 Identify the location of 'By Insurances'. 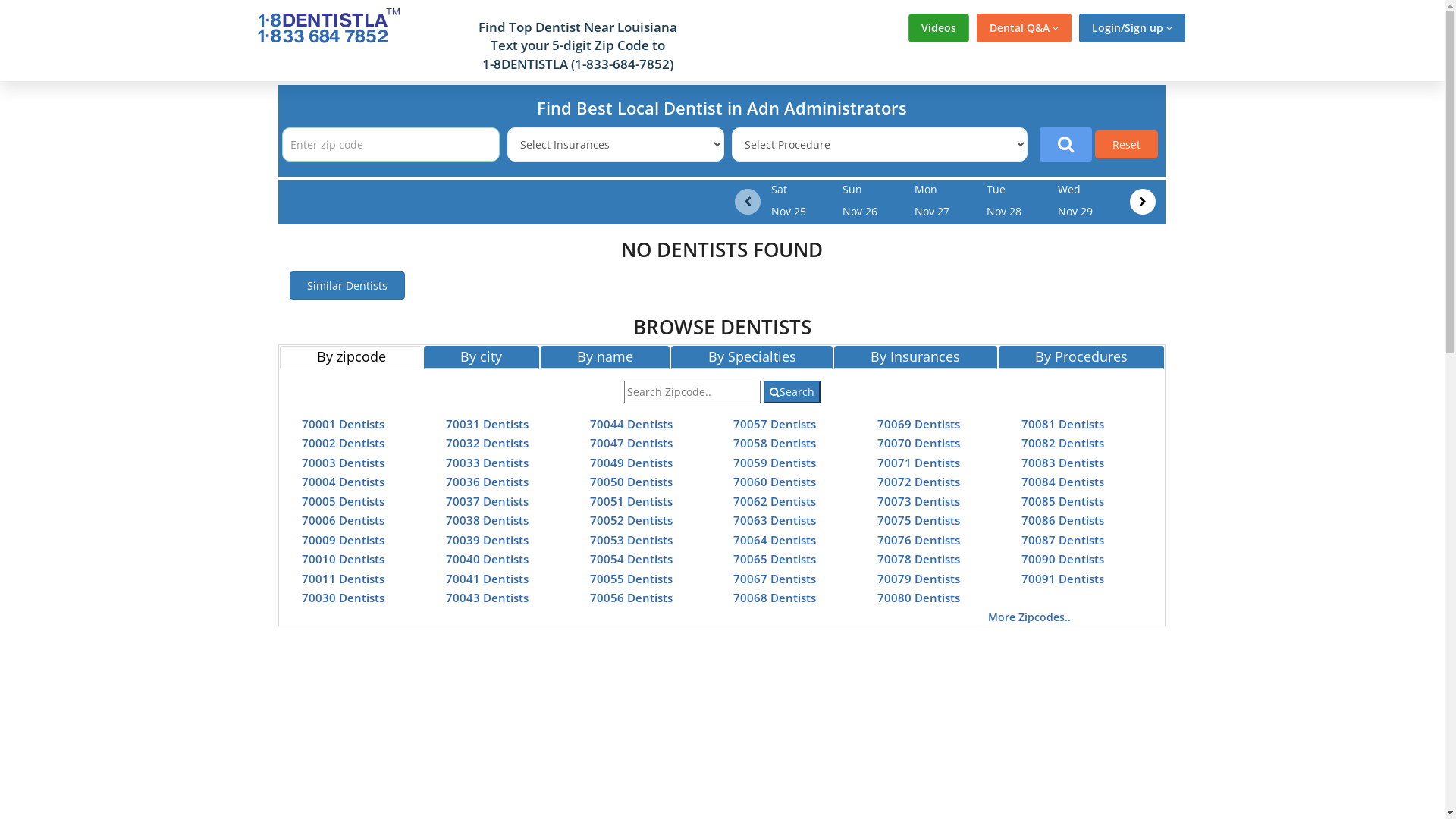
(833, 356).